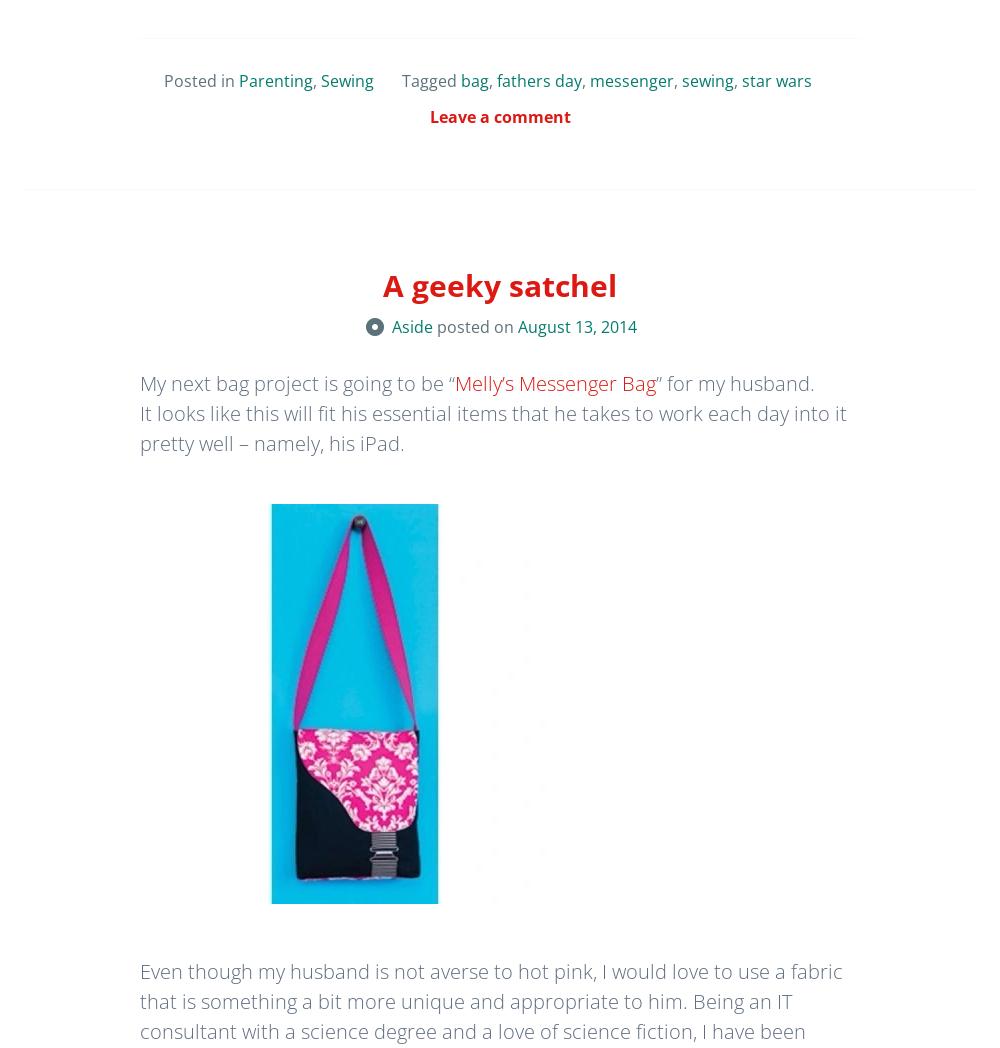 The image size is (1000, 1048). Describe the element at coordinates (476, 326) in the screenshot. I see `'posted on'` at that location.